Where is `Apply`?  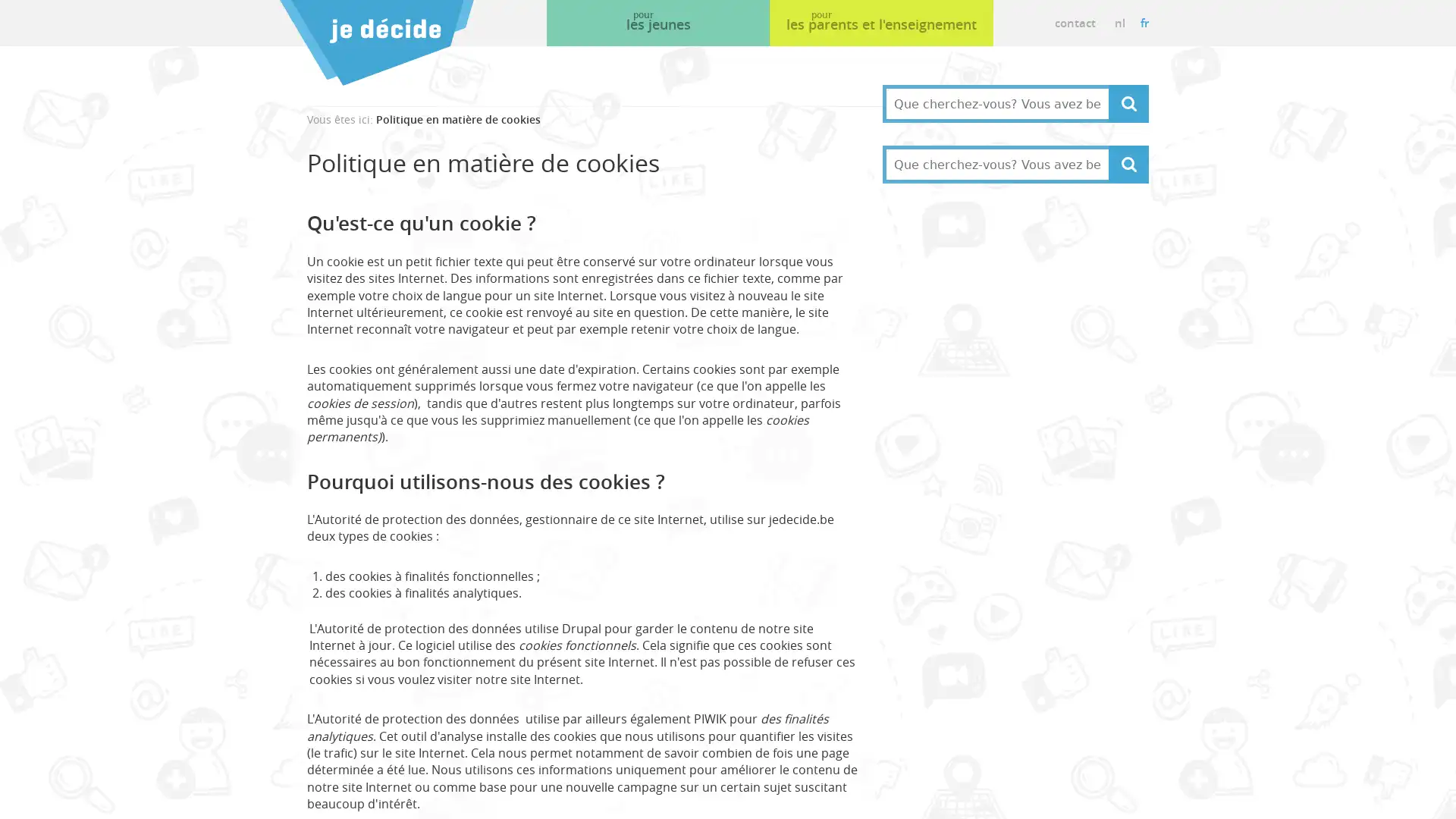
Apply is located at coordinates (1128, 164).